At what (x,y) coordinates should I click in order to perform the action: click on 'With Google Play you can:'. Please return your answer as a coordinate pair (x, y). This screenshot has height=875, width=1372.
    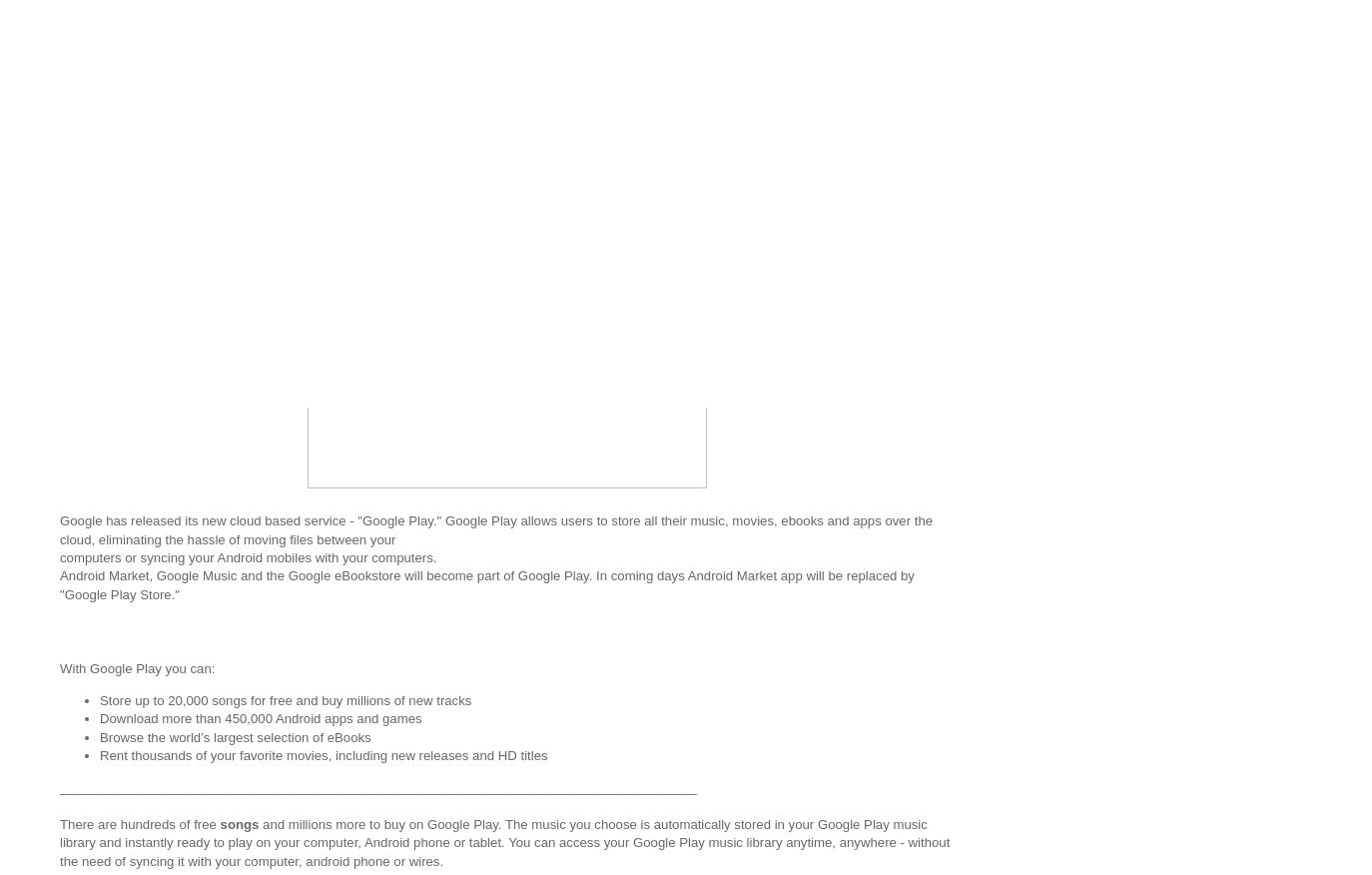
    Looking at the image, I should click on (136, 666).